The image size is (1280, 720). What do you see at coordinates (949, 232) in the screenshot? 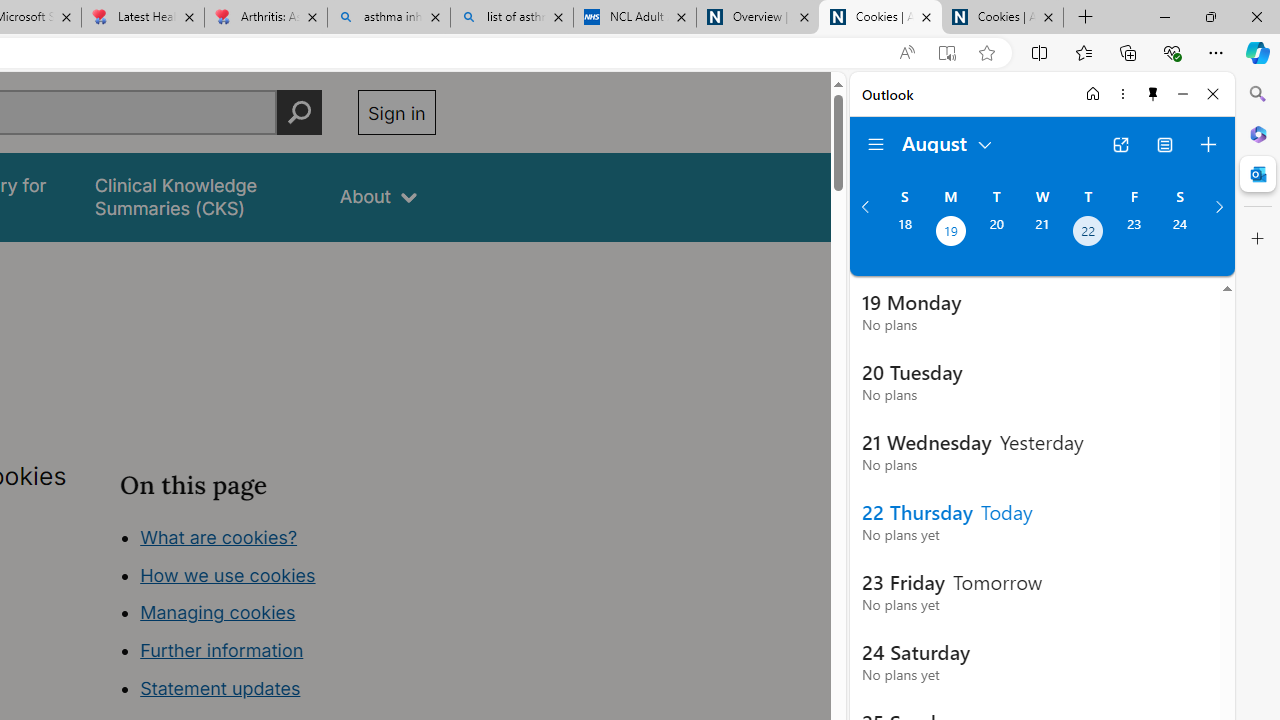
I see `'Monday, August 19, 2024. Date selected. '` at bounding box center [949, 232].